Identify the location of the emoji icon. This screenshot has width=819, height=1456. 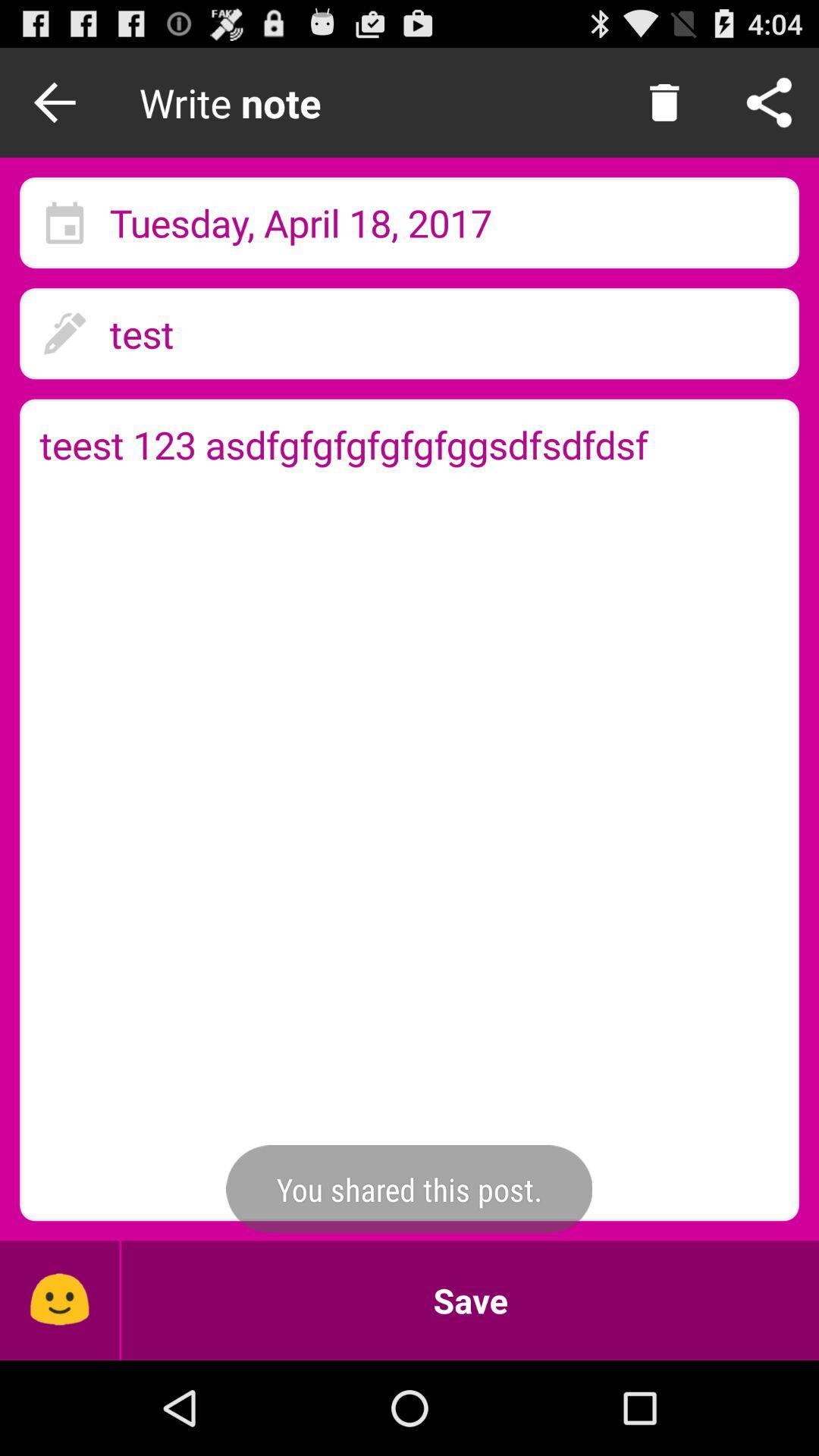
(58, 1392).